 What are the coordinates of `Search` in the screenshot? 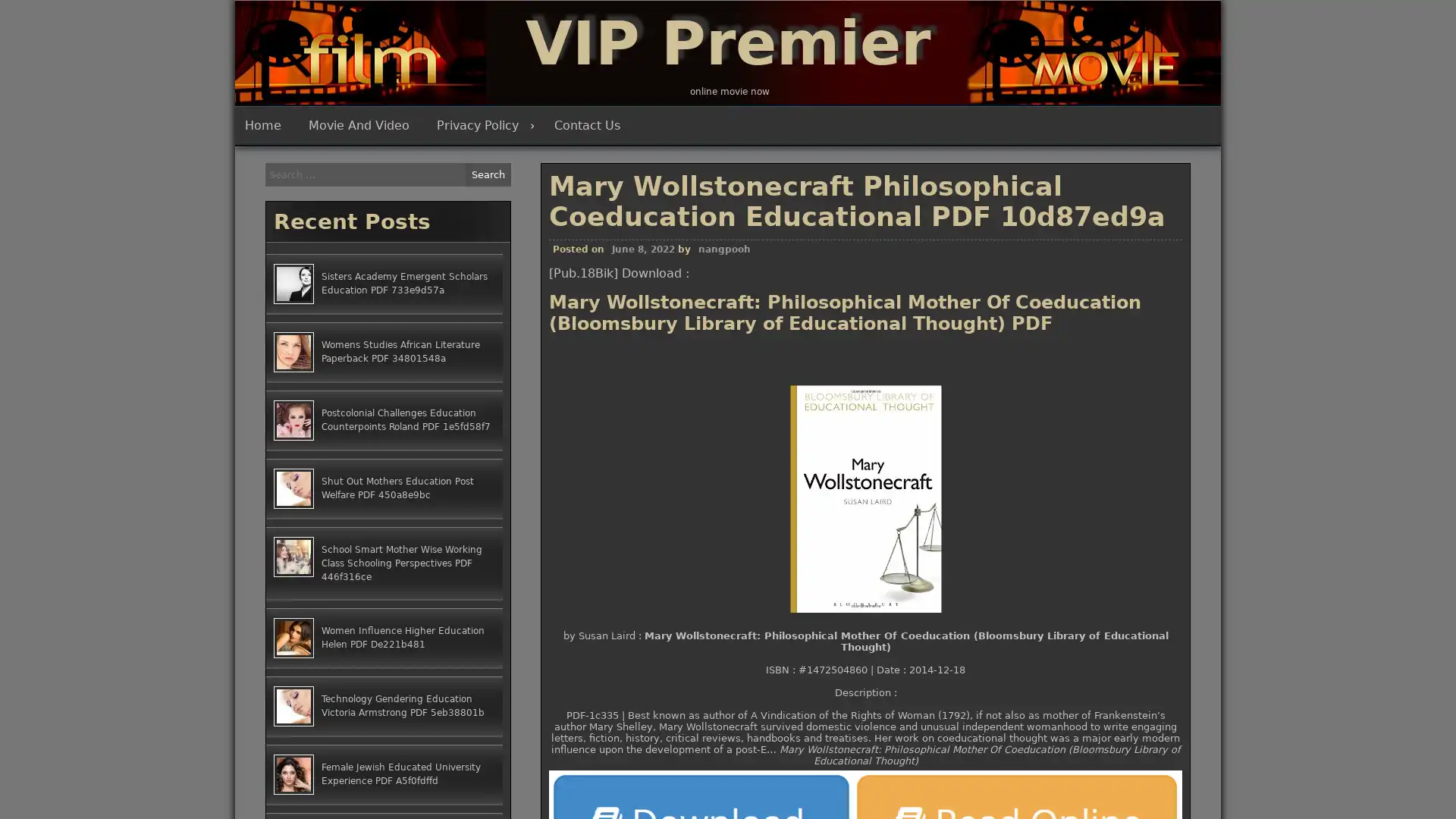 It's located at (488, 174).